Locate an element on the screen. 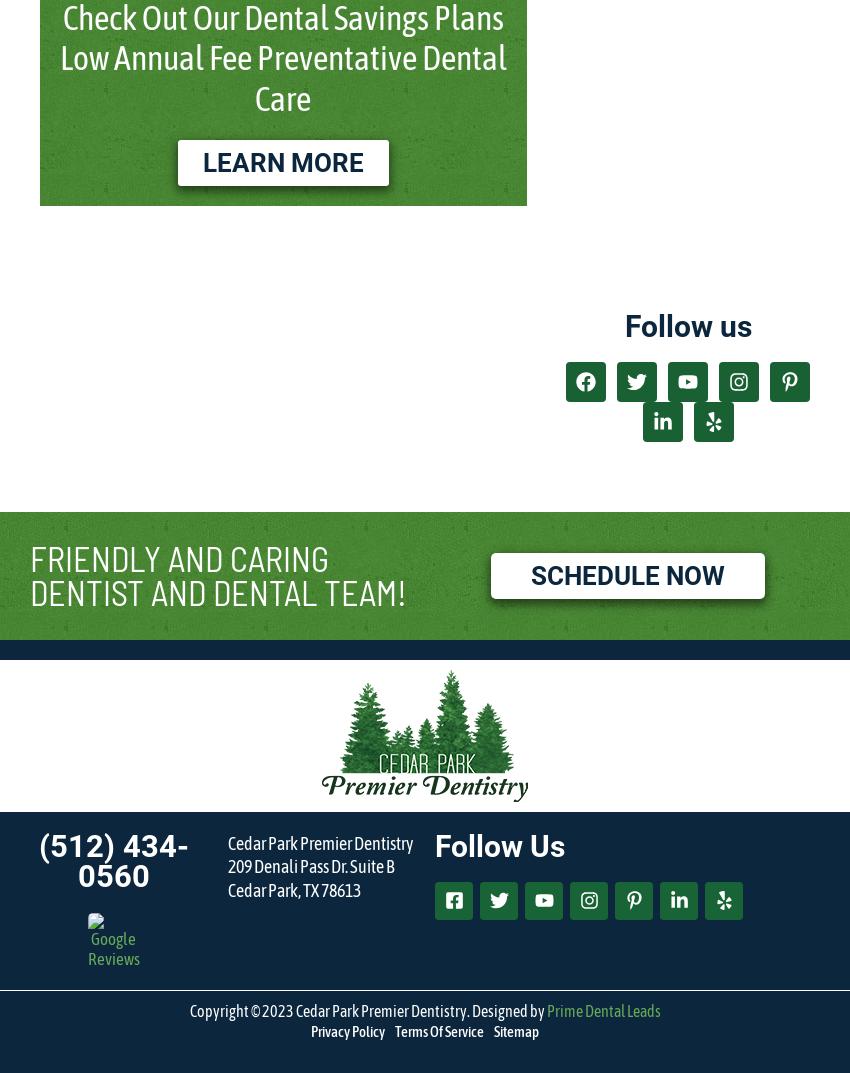  '(512) 434-0560' is located at coordinates (112, 859).